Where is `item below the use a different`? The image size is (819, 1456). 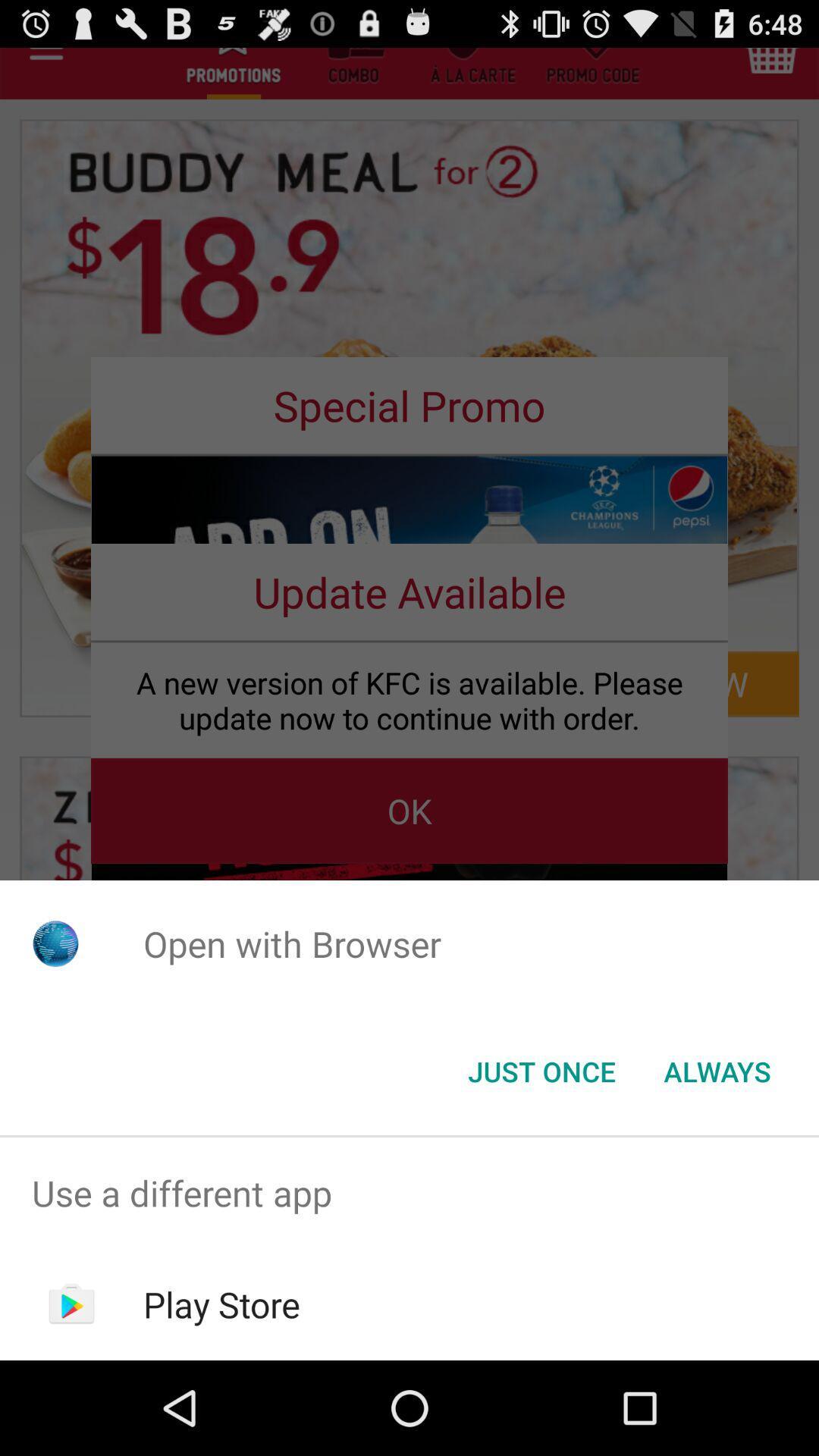 item below the use a different is located at coordinates (221, 1304).